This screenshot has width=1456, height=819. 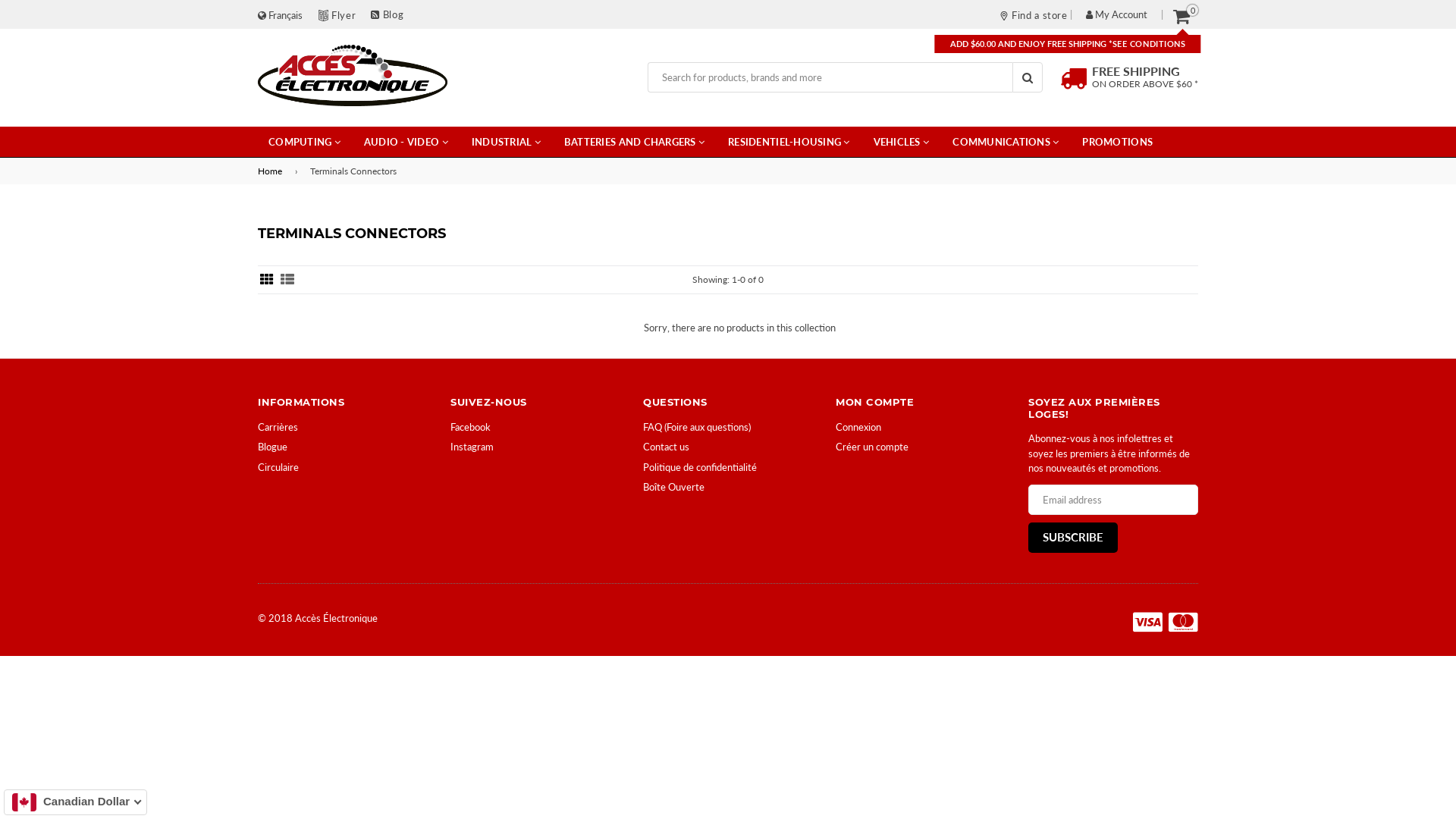 I want to click on 'INDUSTRIAL', so click(x=506, y=141).